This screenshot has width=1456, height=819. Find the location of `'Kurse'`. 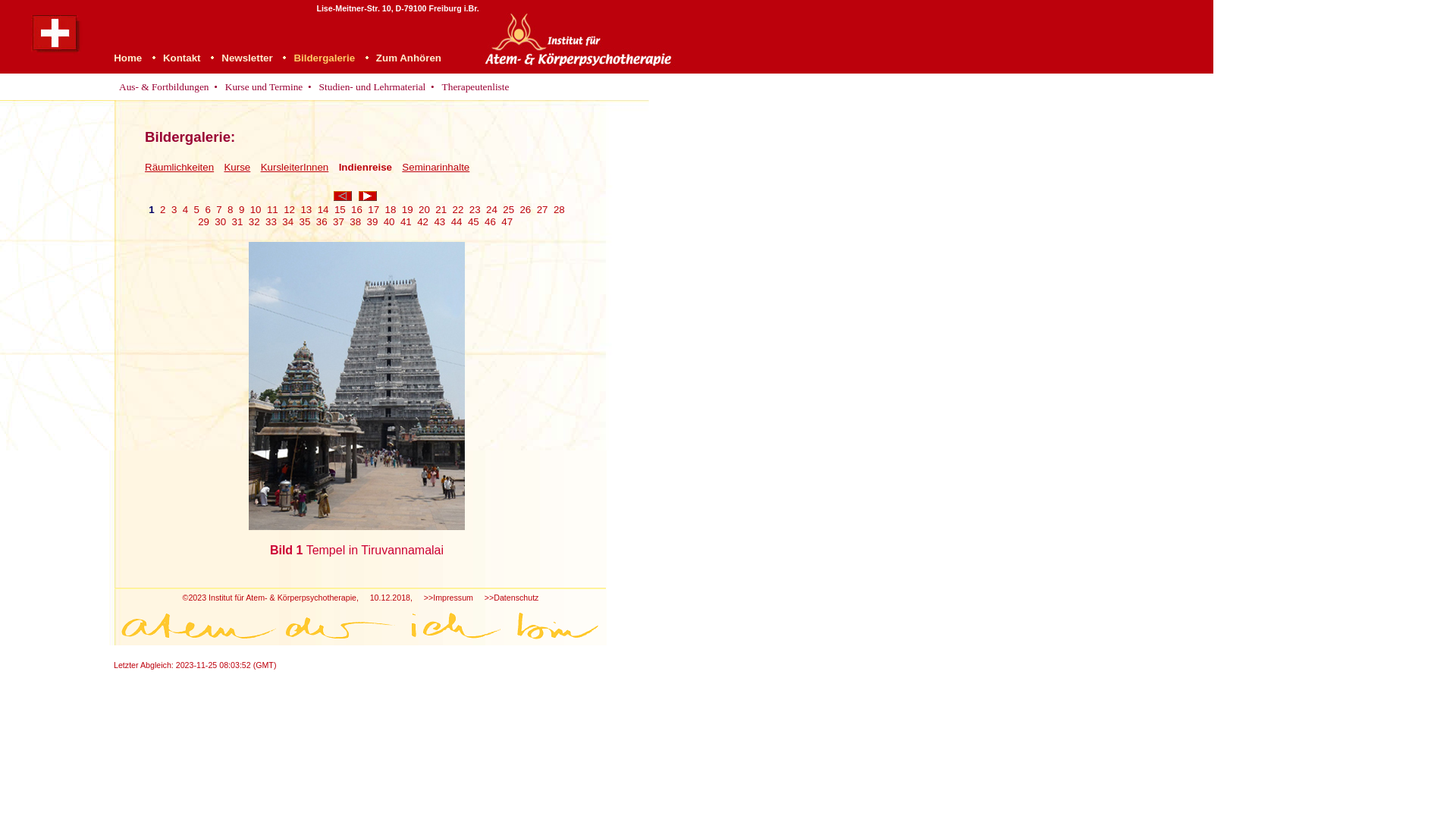

'Kurse' is located at coordinates (236, 167).